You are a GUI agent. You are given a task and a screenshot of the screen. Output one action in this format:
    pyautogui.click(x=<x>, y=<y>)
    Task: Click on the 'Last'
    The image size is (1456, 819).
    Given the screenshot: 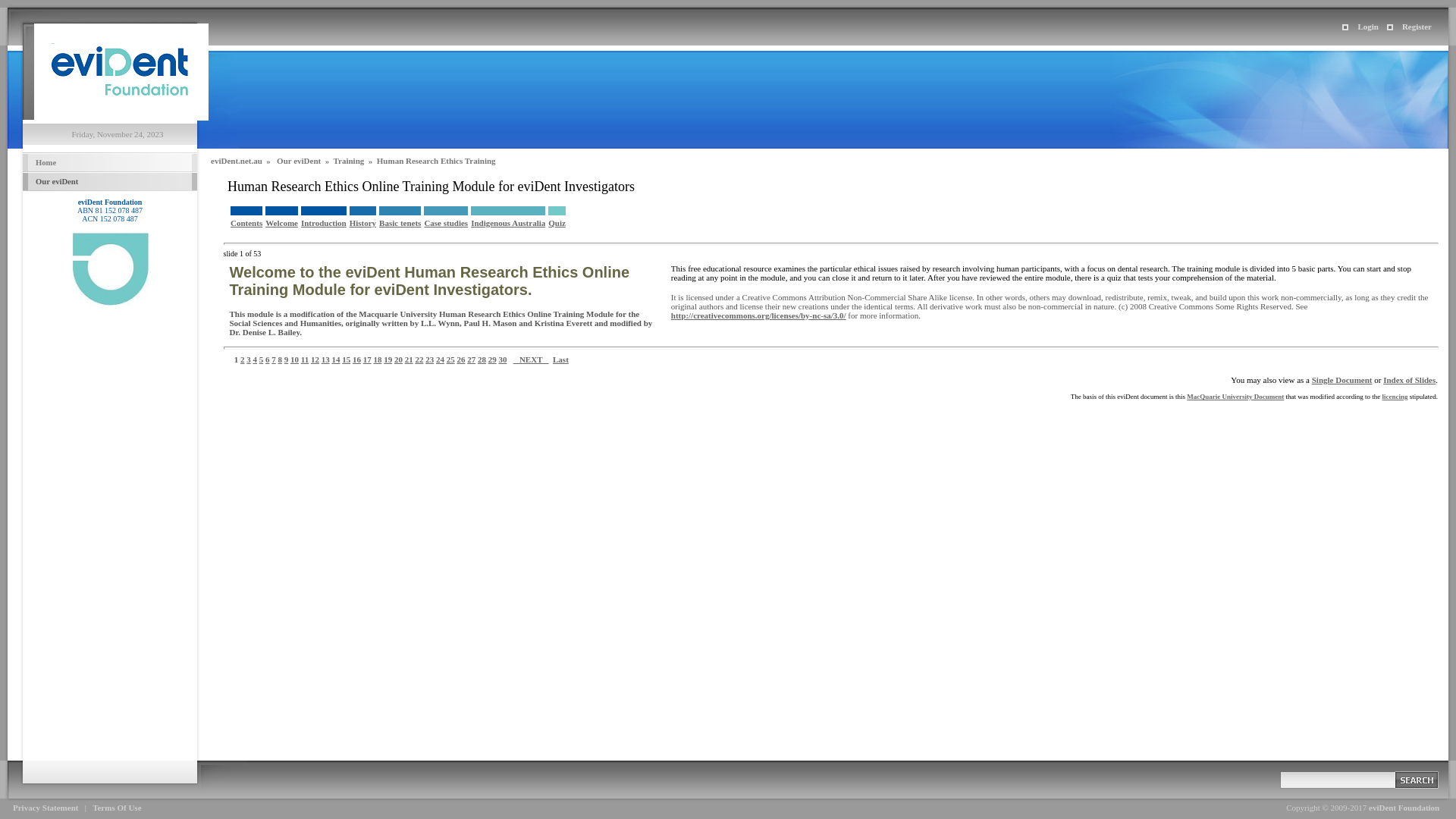 What is the action you would take?
    pyautogui.click(x=560, y=359)
    